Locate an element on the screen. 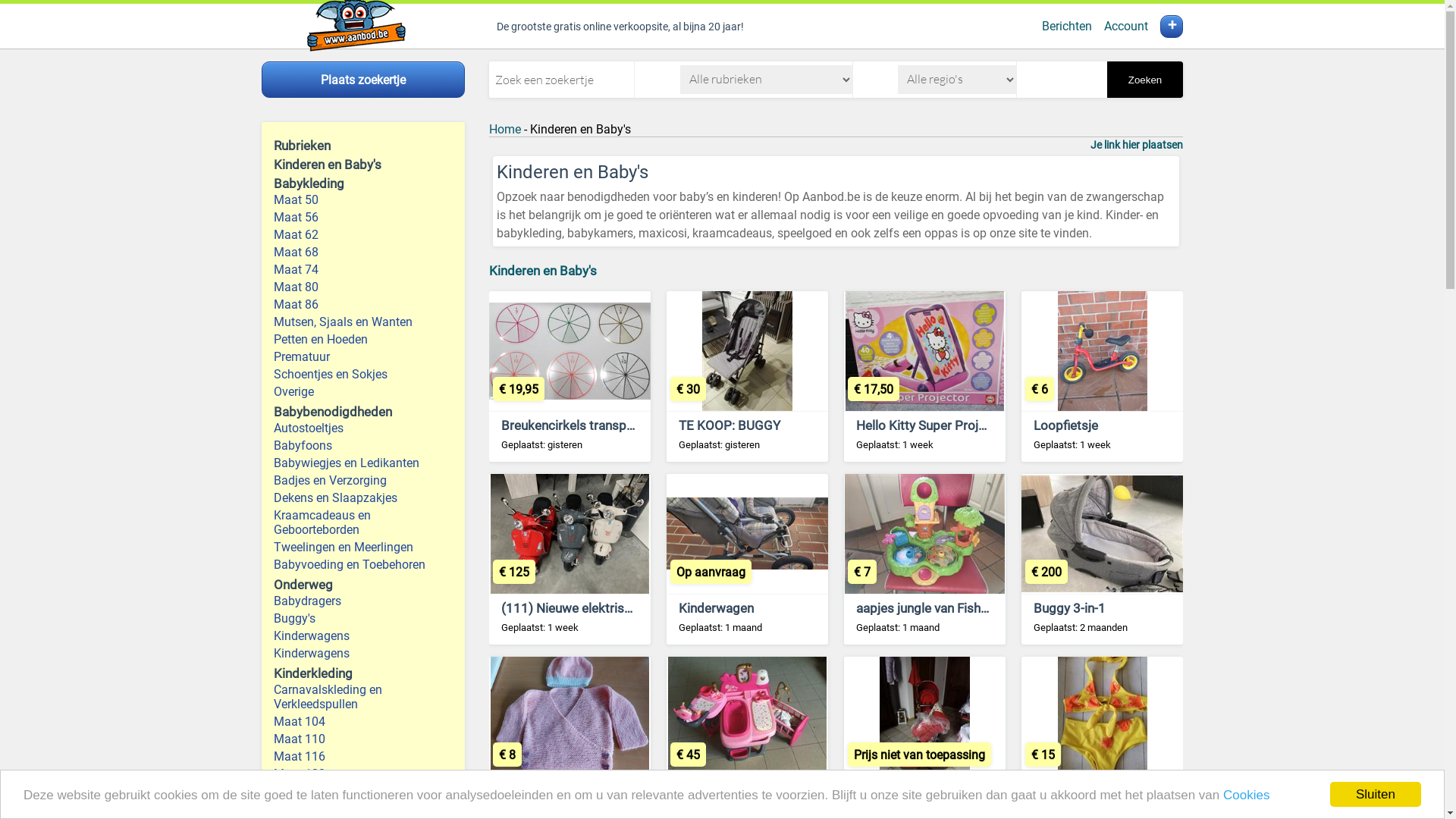  'Plaats zoekertje' is located at coordinates (362, 79).